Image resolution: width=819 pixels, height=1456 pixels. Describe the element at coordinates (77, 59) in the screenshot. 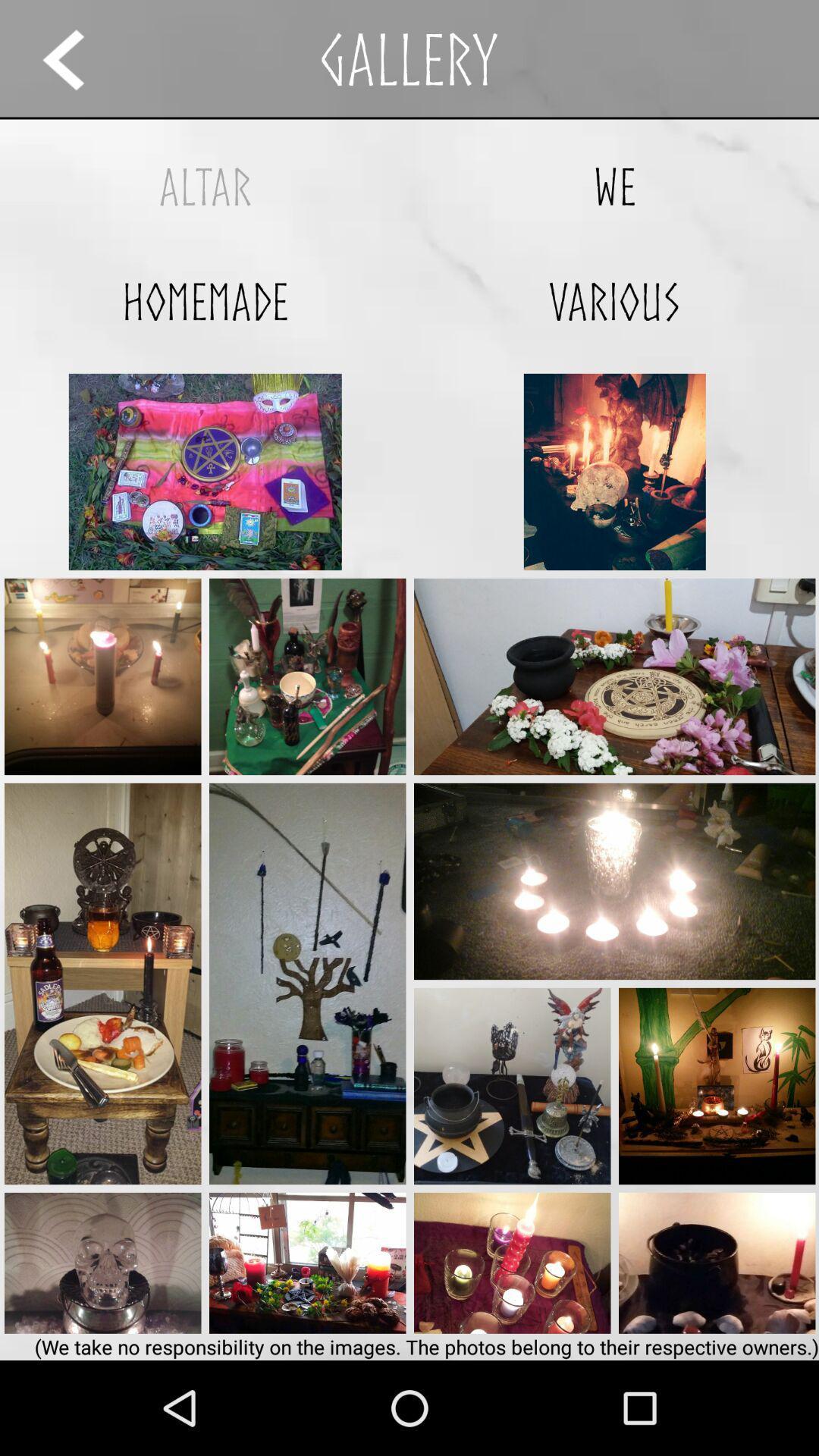

I see `go back` at that location.